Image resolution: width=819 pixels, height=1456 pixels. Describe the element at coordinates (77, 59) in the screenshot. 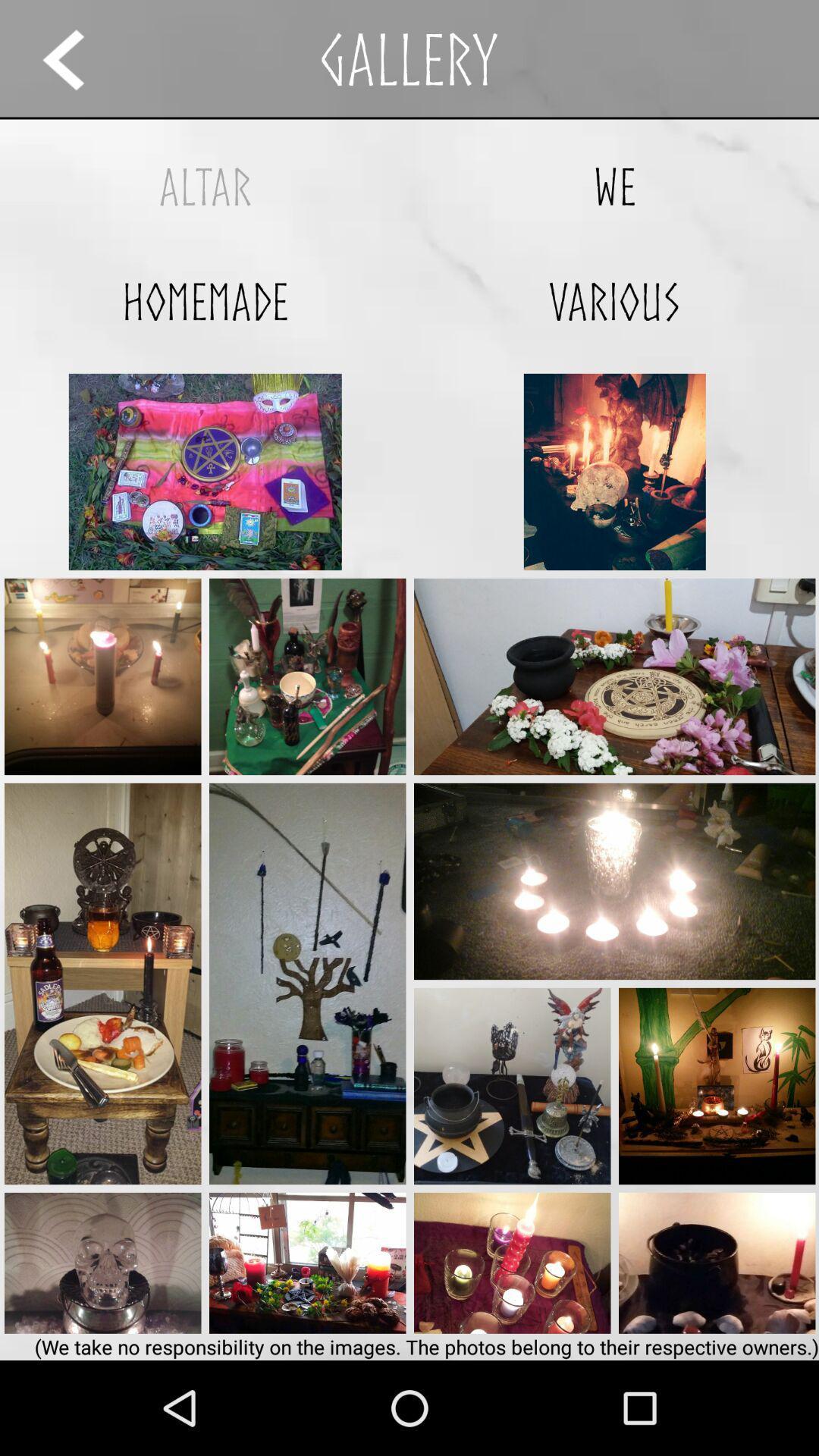

I see `go back` at that location.